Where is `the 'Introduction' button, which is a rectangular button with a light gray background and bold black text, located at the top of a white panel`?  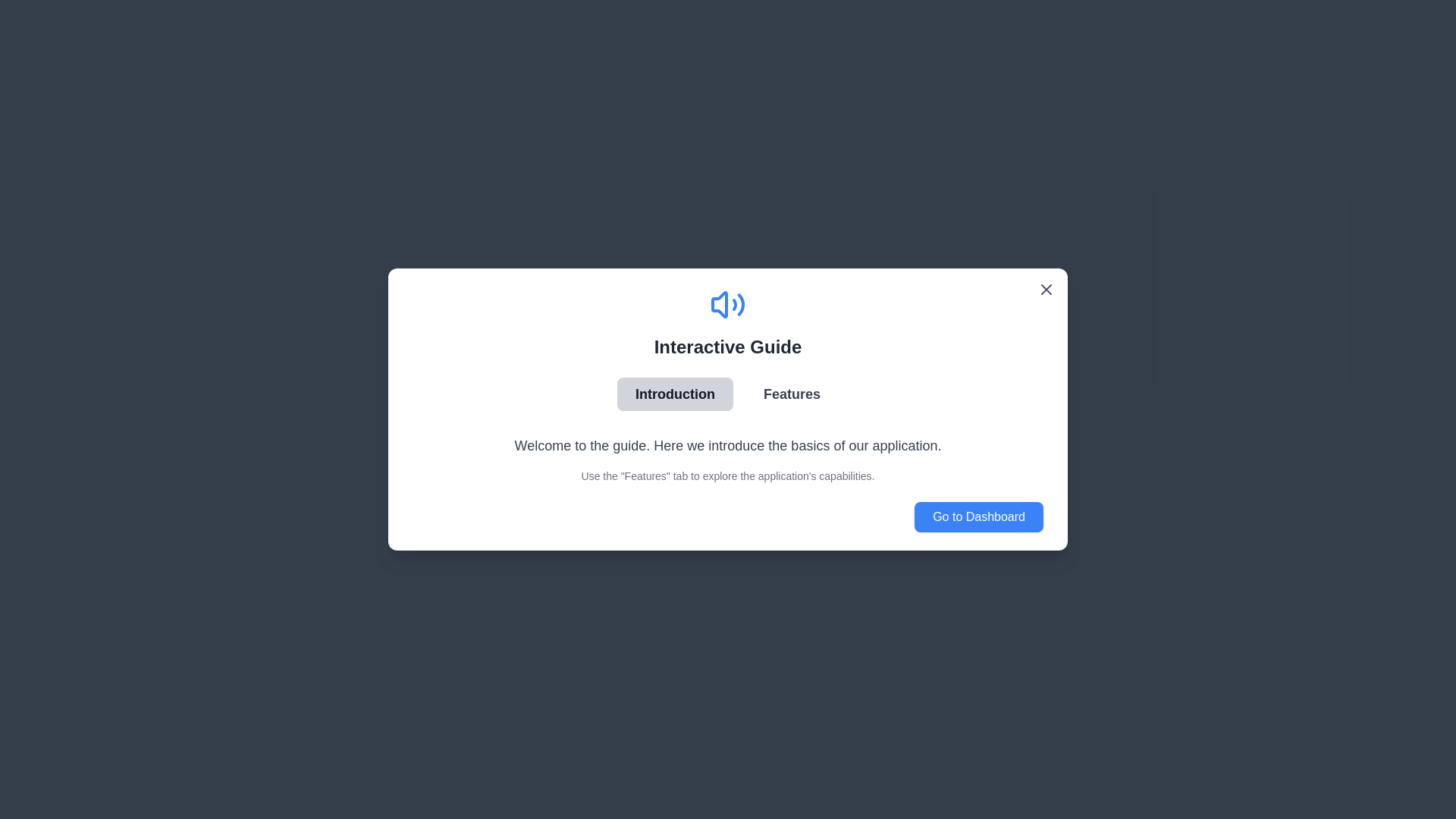
the 'Introduction' button, which is a rectangular button with a light gray background and bold black text, located at the top of a white panel is located at coordinates (674, 394).